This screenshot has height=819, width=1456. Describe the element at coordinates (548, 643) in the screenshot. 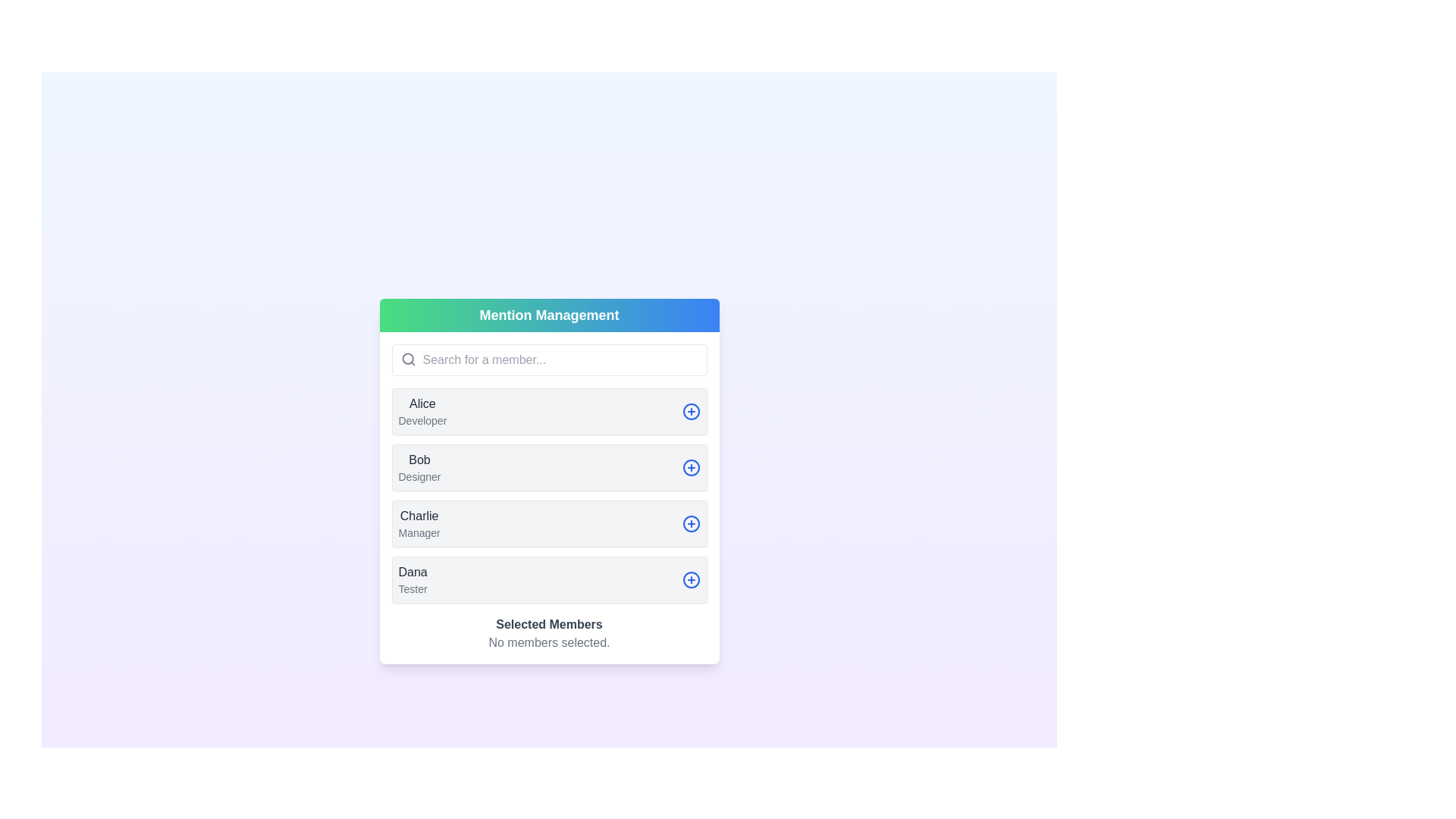

I see `the static text label indicating that no members have been selected, located in the 'Selected Members' section` at that location.